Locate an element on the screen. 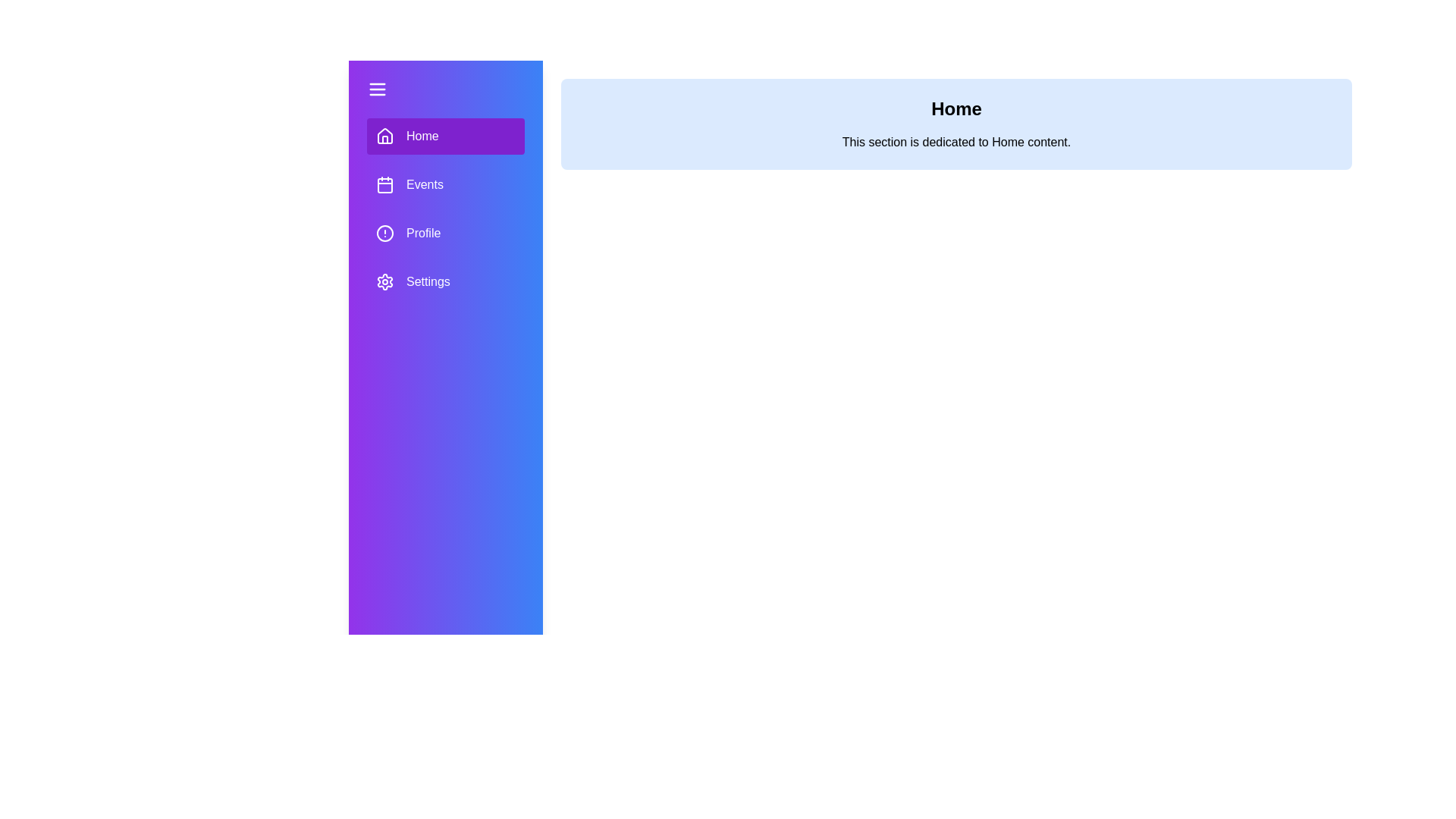 The image size is (1456, 819). the circular SVG component that forms the outer boundary of the alert icon next to the 'Profile' menu item to activate its related functionality is located at coordinates (385, 234).